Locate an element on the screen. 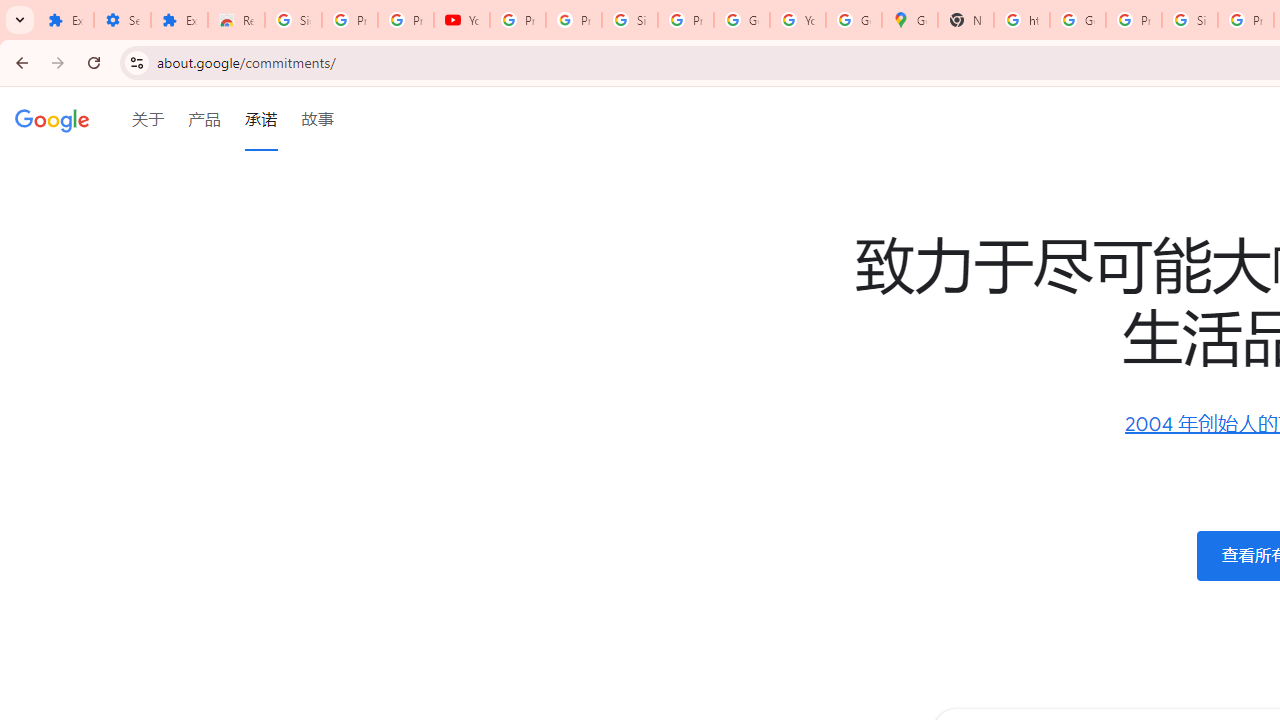  'Google Maps' is located at coordinates (909, 20).